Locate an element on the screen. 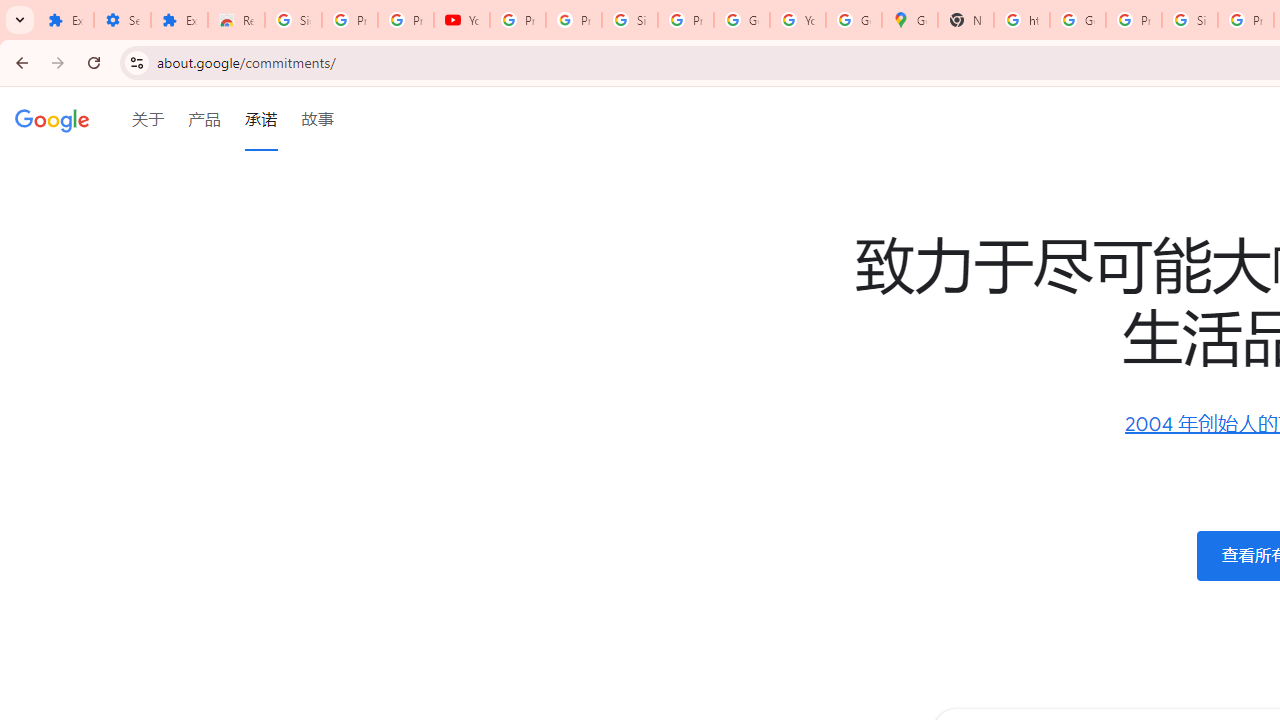  'Google Maps' is located at coordinates (909, 20).